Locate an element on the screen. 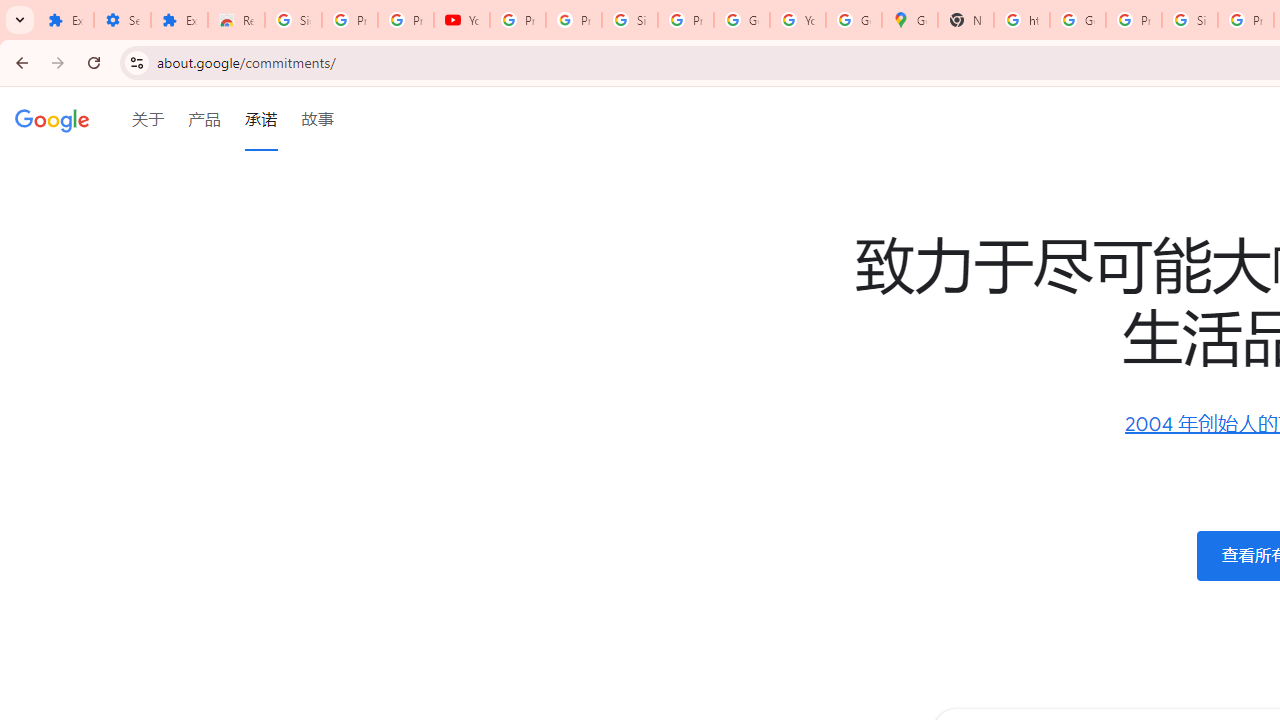  'Google Maps' is located at coordinates (909, 20).